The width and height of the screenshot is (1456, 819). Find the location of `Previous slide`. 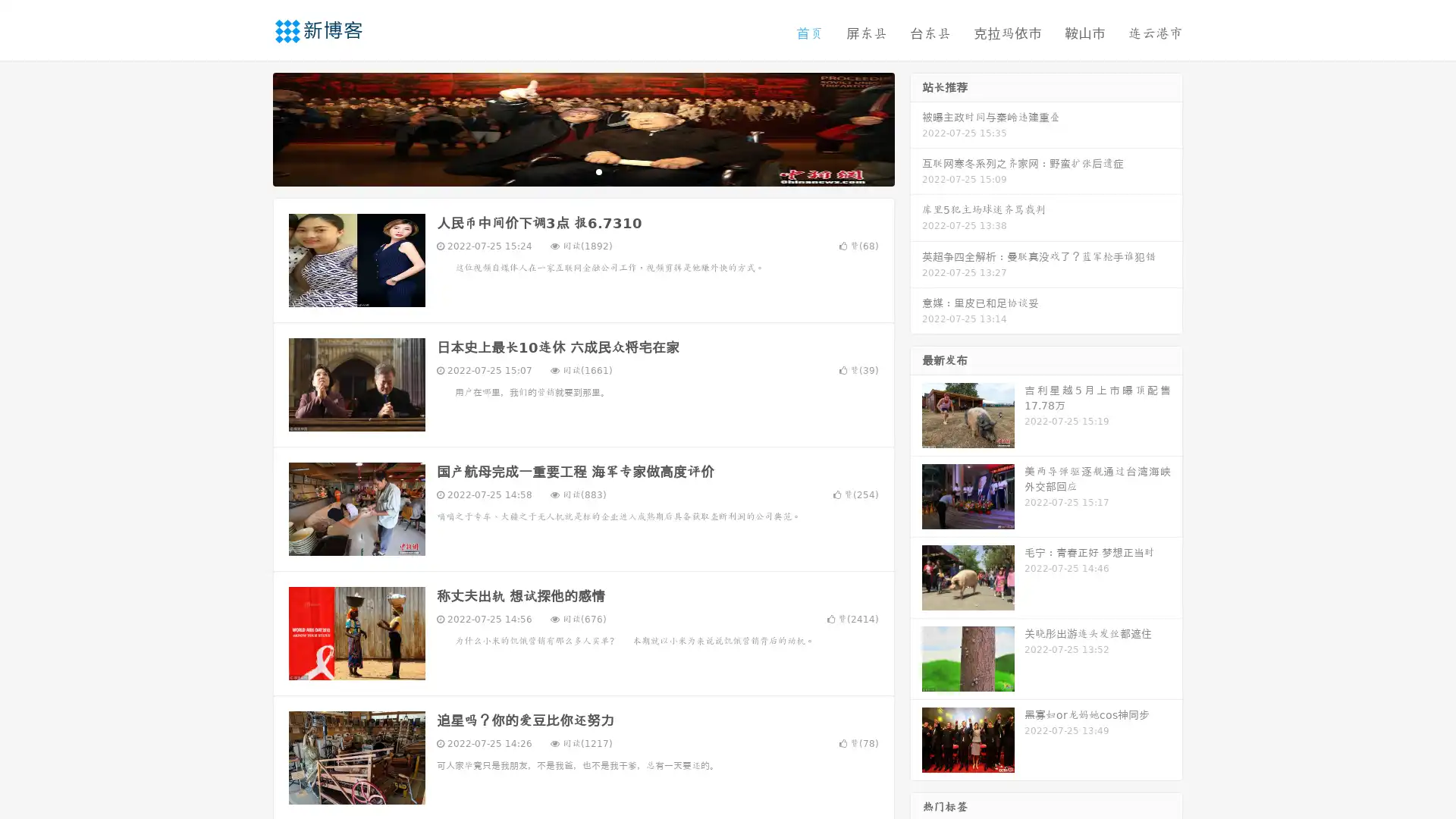

Previous slide is located at coordinates (250, 127).